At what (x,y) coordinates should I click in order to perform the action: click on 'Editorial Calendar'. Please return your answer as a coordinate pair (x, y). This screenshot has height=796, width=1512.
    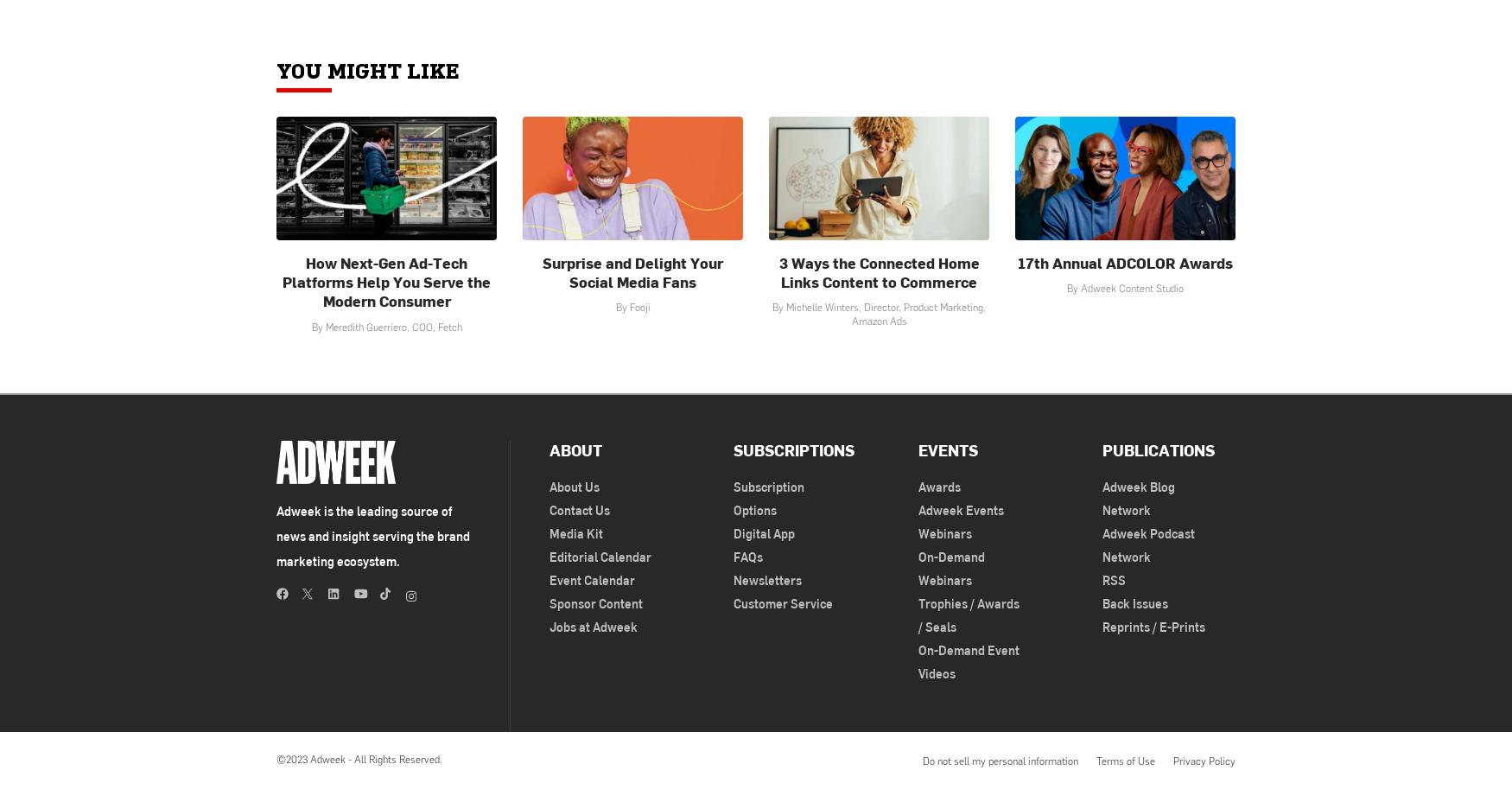
    Looking at the image, I should click on (548, 556).